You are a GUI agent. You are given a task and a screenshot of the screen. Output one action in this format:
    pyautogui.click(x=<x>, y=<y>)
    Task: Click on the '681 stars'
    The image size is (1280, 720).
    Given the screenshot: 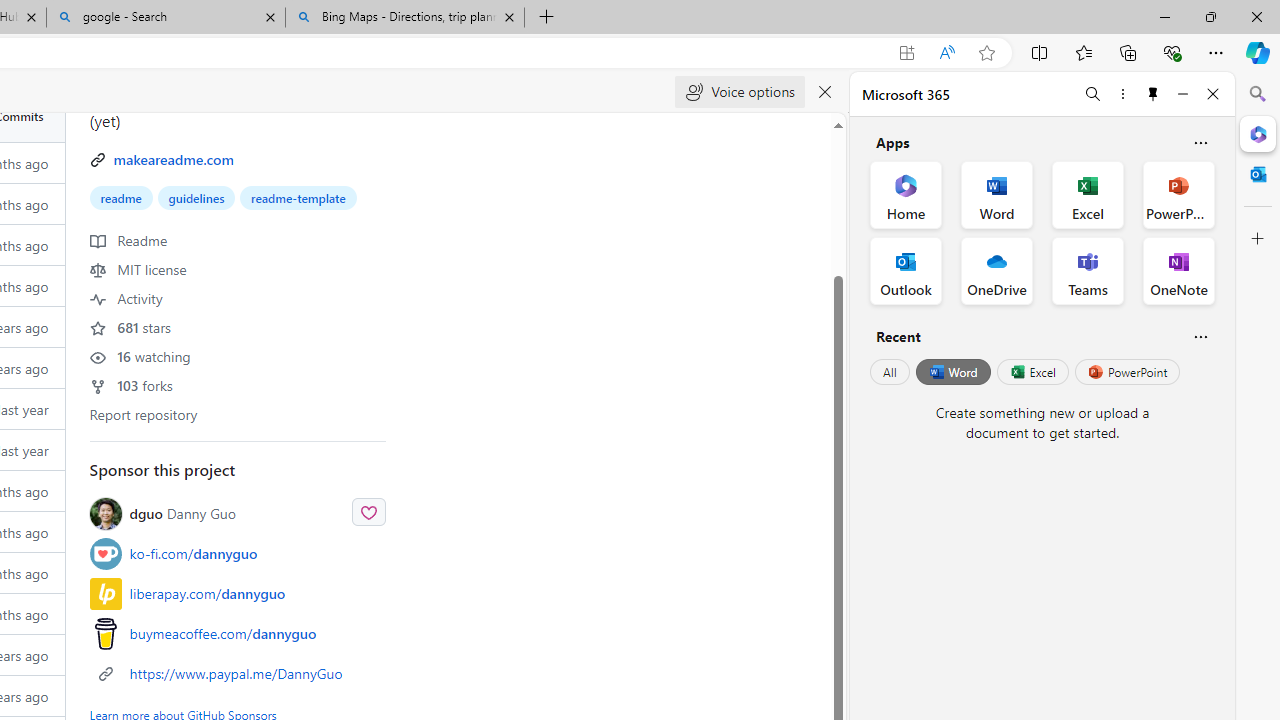 What is the action you would take?
    pyautogui.click(x=129, y=325)
    